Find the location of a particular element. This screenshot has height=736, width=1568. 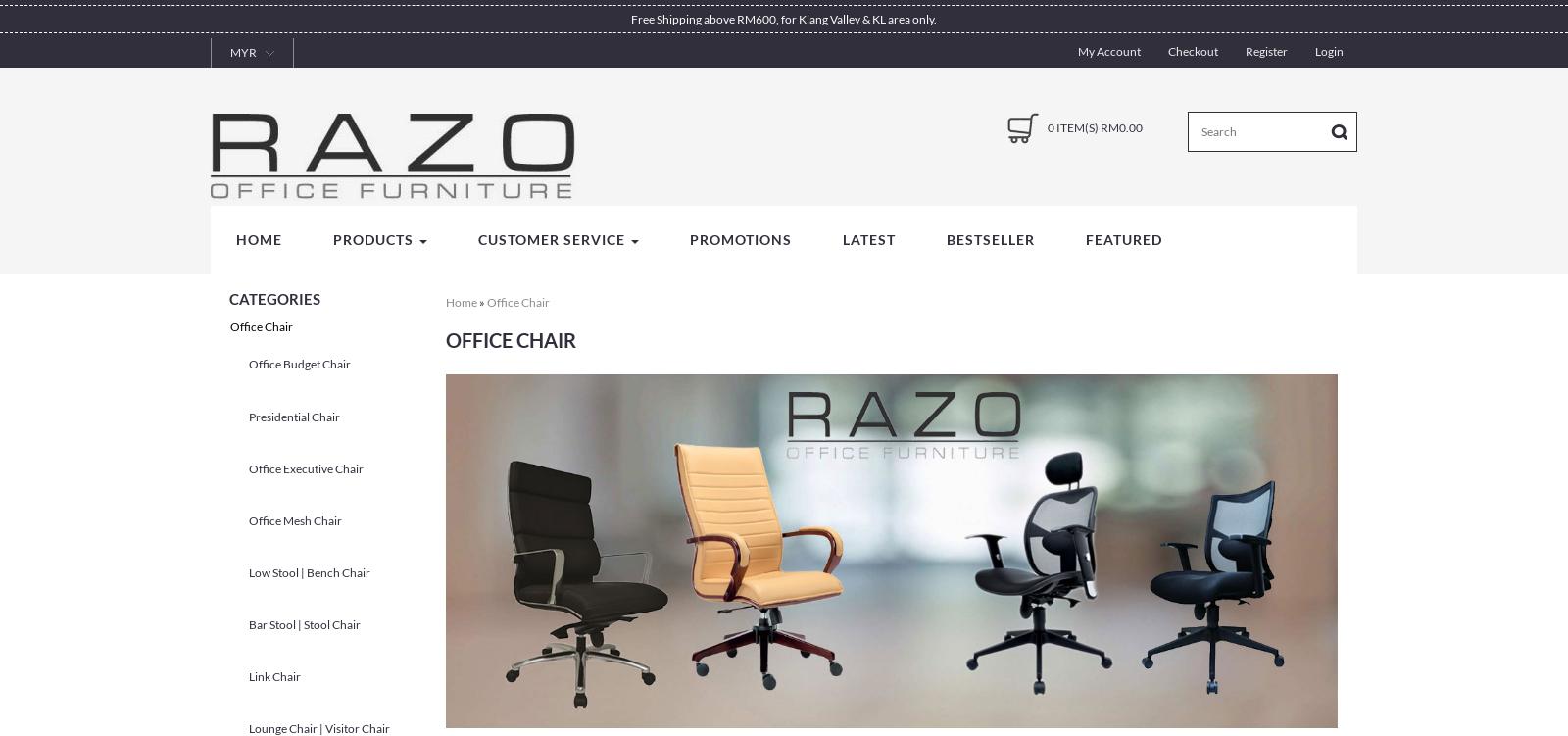

'Customer Service' is located at coordinates (477, 238).